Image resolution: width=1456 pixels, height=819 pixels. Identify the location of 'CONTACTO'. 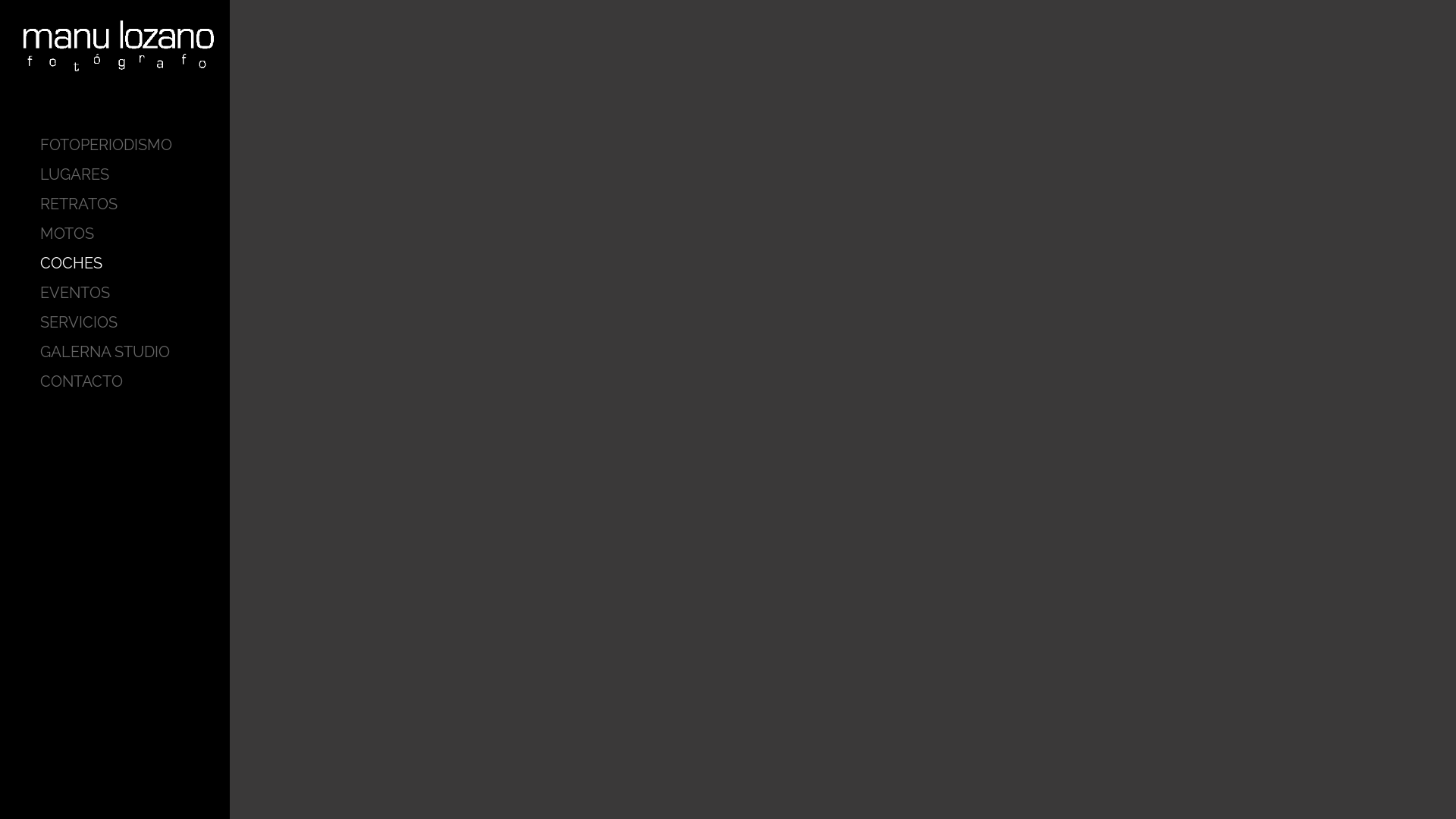
(105, 380).